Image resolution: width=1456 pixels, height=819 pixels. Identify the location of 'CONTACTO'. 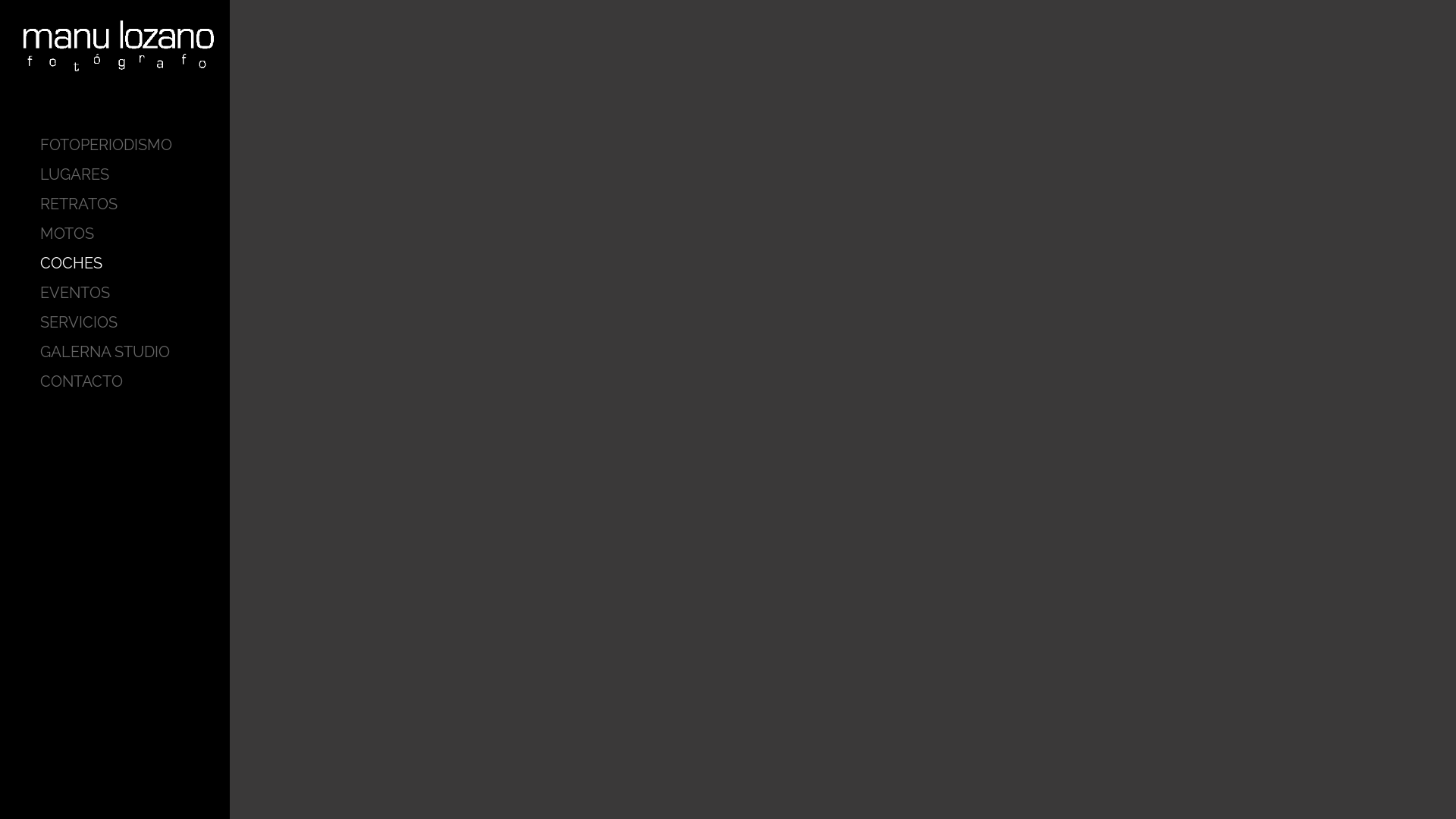
(105, 380).